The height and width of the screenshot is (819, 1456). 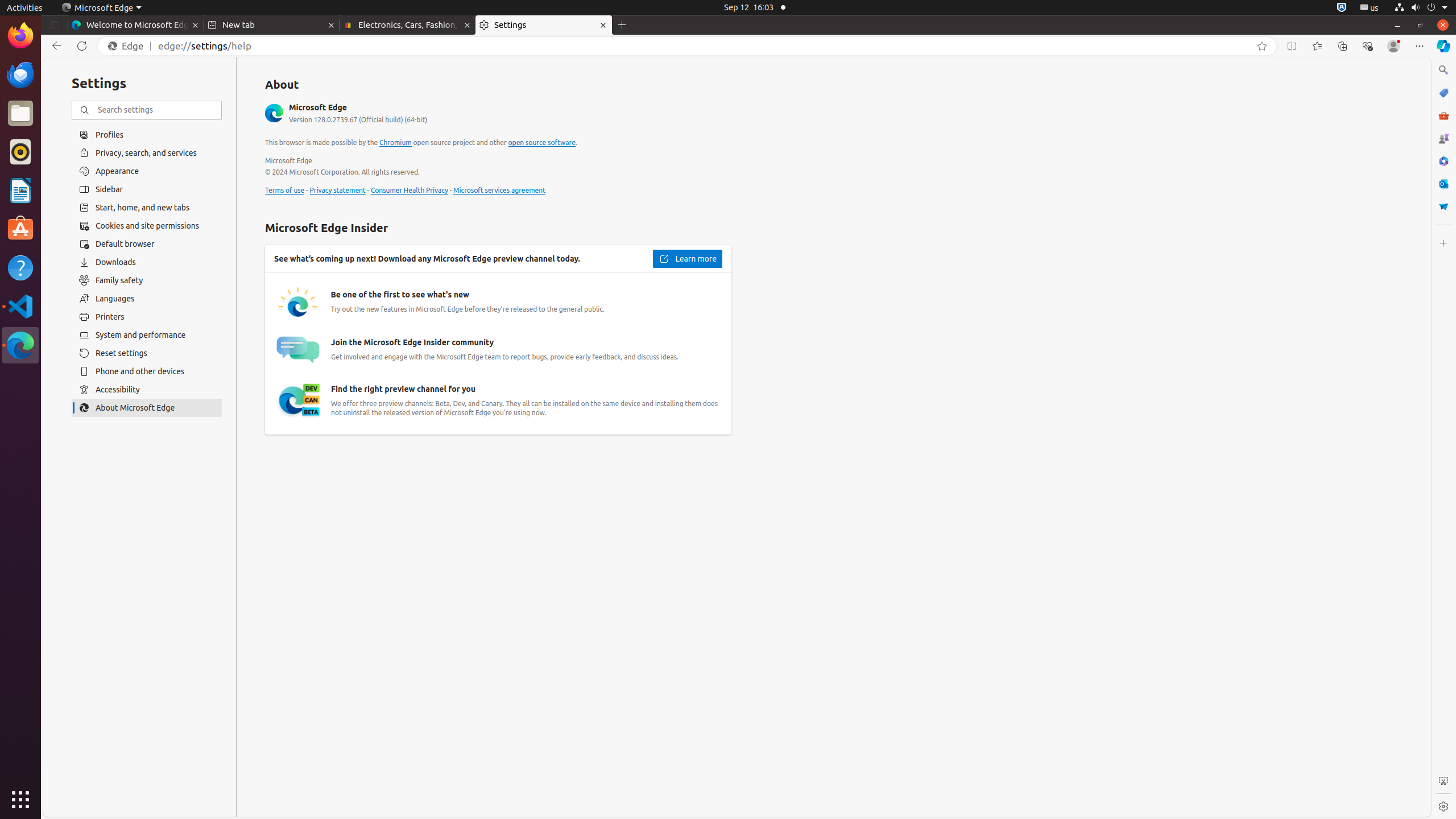 What do you see at coordinates (146, 243) in the screenshot?
I see `'Default browser'` at bounding box center [146, 243].